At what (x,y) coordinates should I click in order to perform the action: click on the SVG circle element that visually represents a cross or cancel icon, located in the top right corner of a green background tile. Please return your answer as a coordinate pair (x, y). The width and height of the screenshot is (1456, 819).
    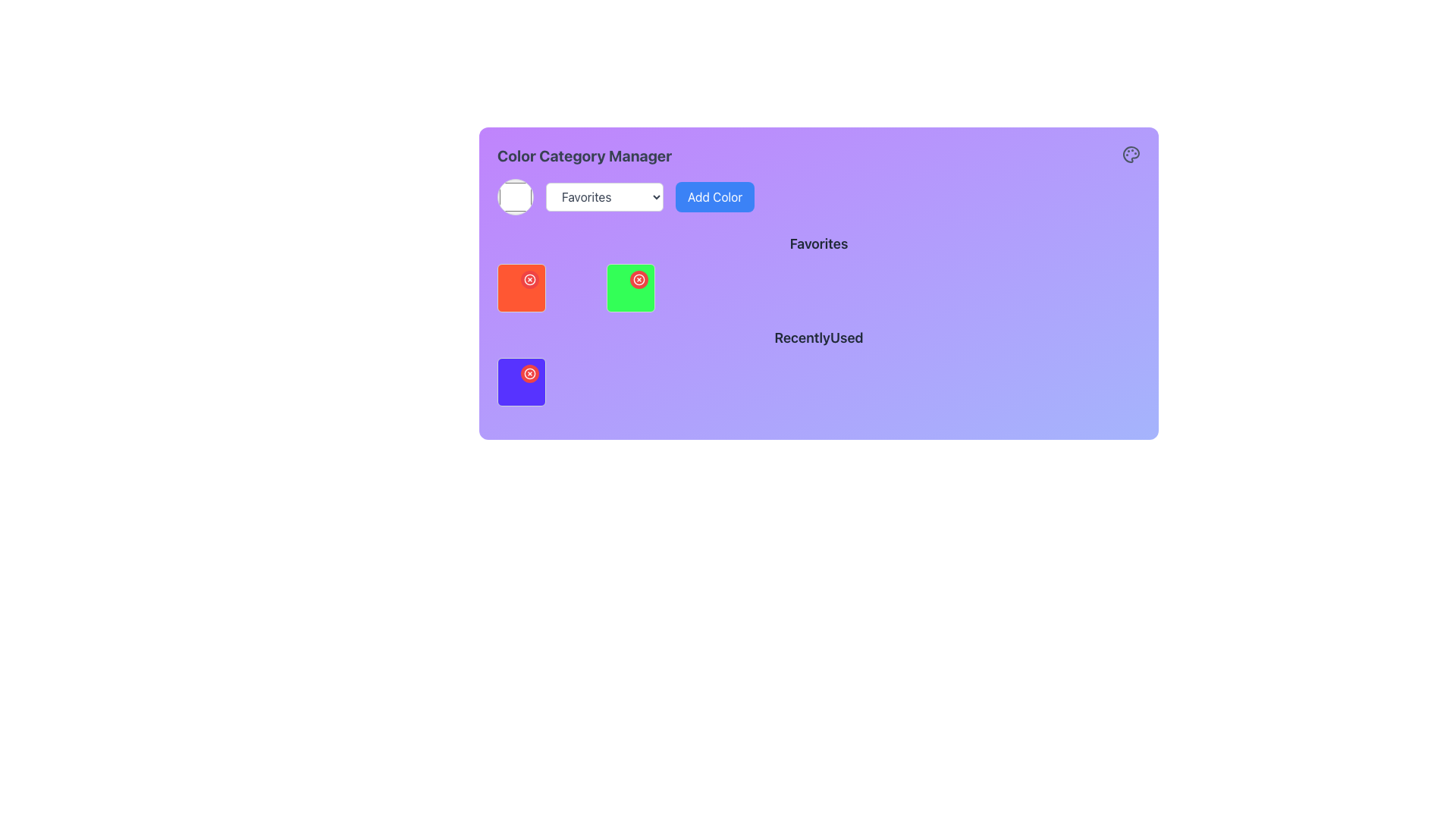
    Looking at the image, I should click on (530, 374).